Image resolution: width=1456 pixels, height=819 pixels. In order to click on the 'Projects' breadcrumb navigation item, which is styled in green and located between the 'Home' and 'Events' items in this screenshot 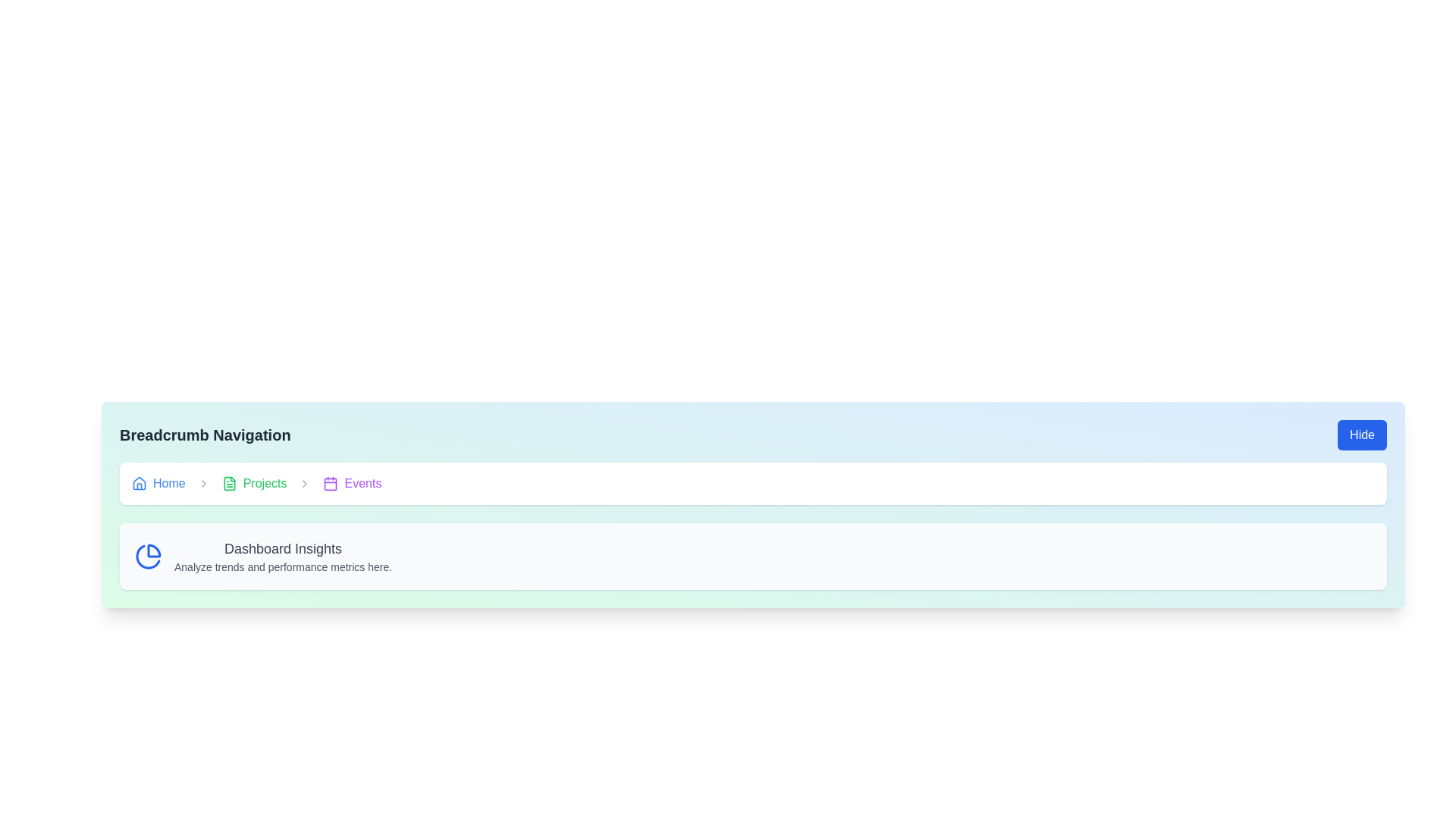, I will do `click(254, 483)`.